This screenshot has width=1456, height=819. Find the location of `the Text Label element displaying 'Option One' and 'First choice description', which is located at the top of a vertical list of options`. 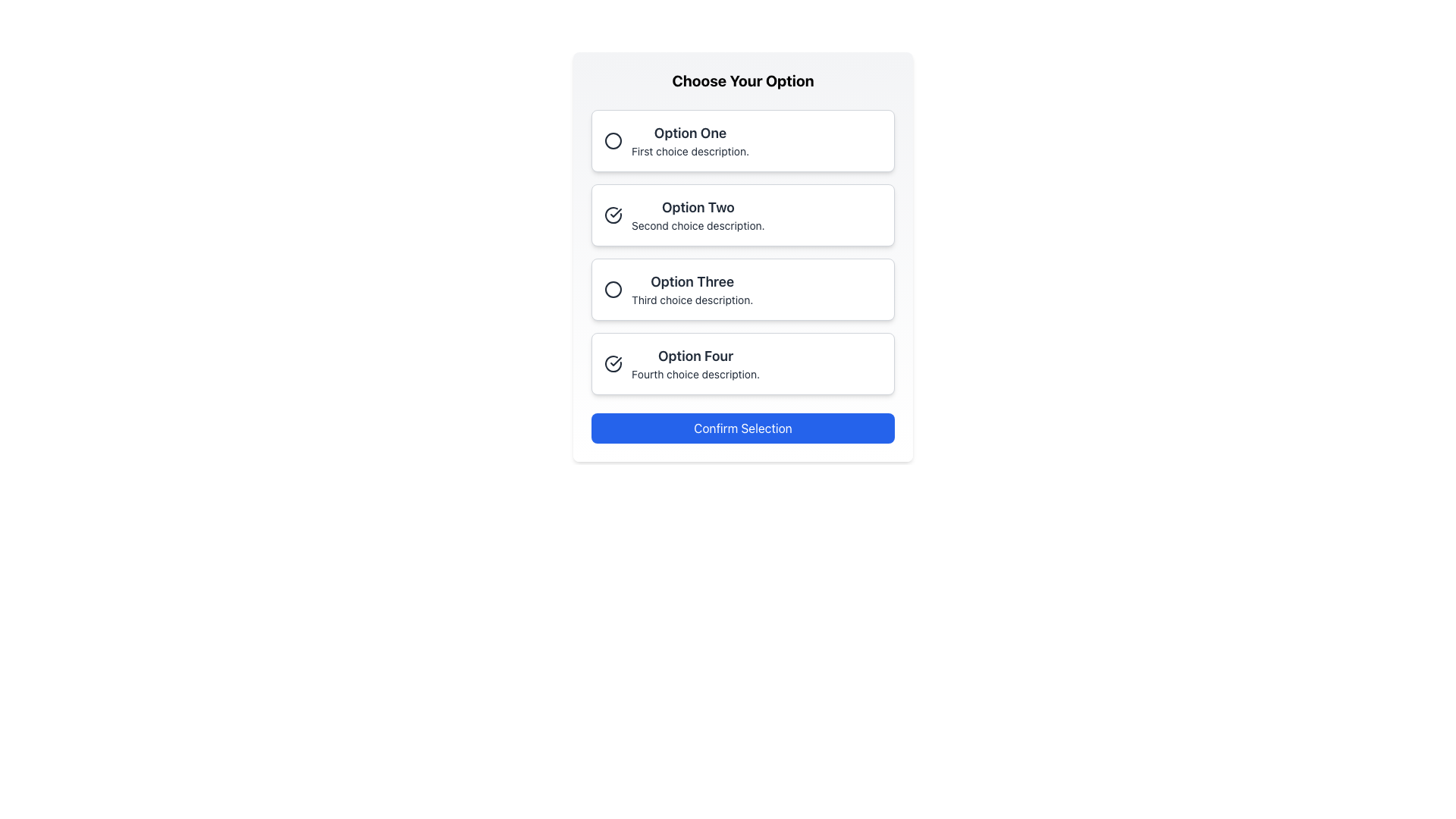

the Text Label element displaying 'Option One' and 'First choice description', which is located at the top of a vertical list of options is located at coordinates (689, 140).